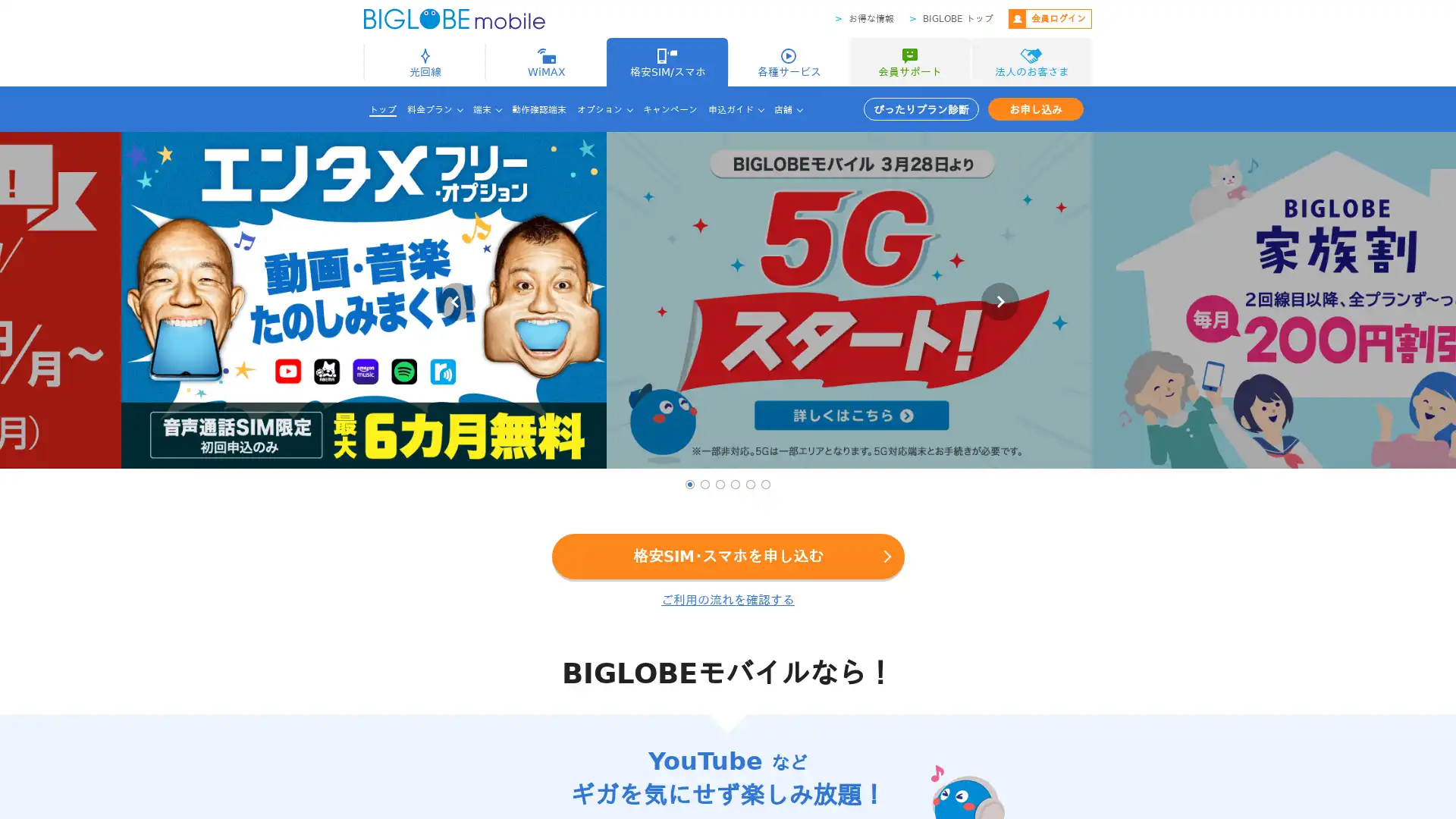 Image resolution: width=1456 pixels, height=819 pixels. I want to click on Previous, so click(454, 301).